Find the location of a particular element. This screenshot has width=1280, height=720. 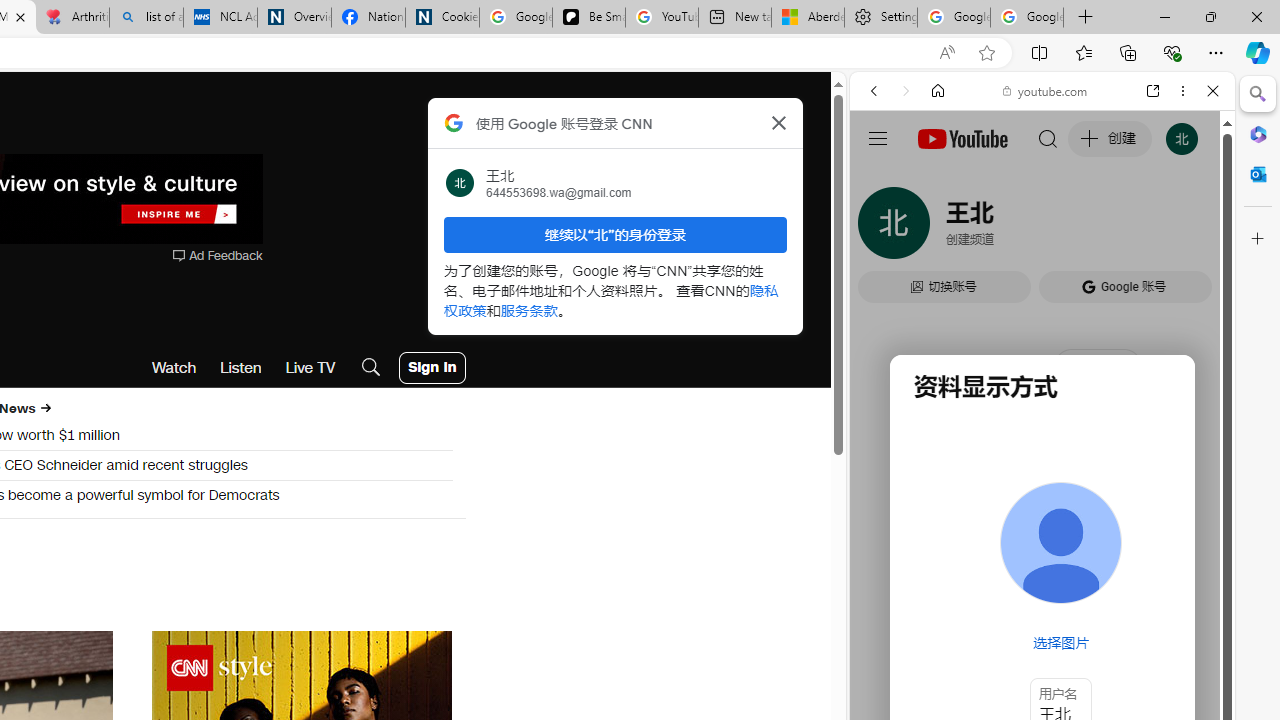

'Aberdeen, Hong Kong SAR hourly forecast | Microsoft Weather' is located at coordinates (807, 17).